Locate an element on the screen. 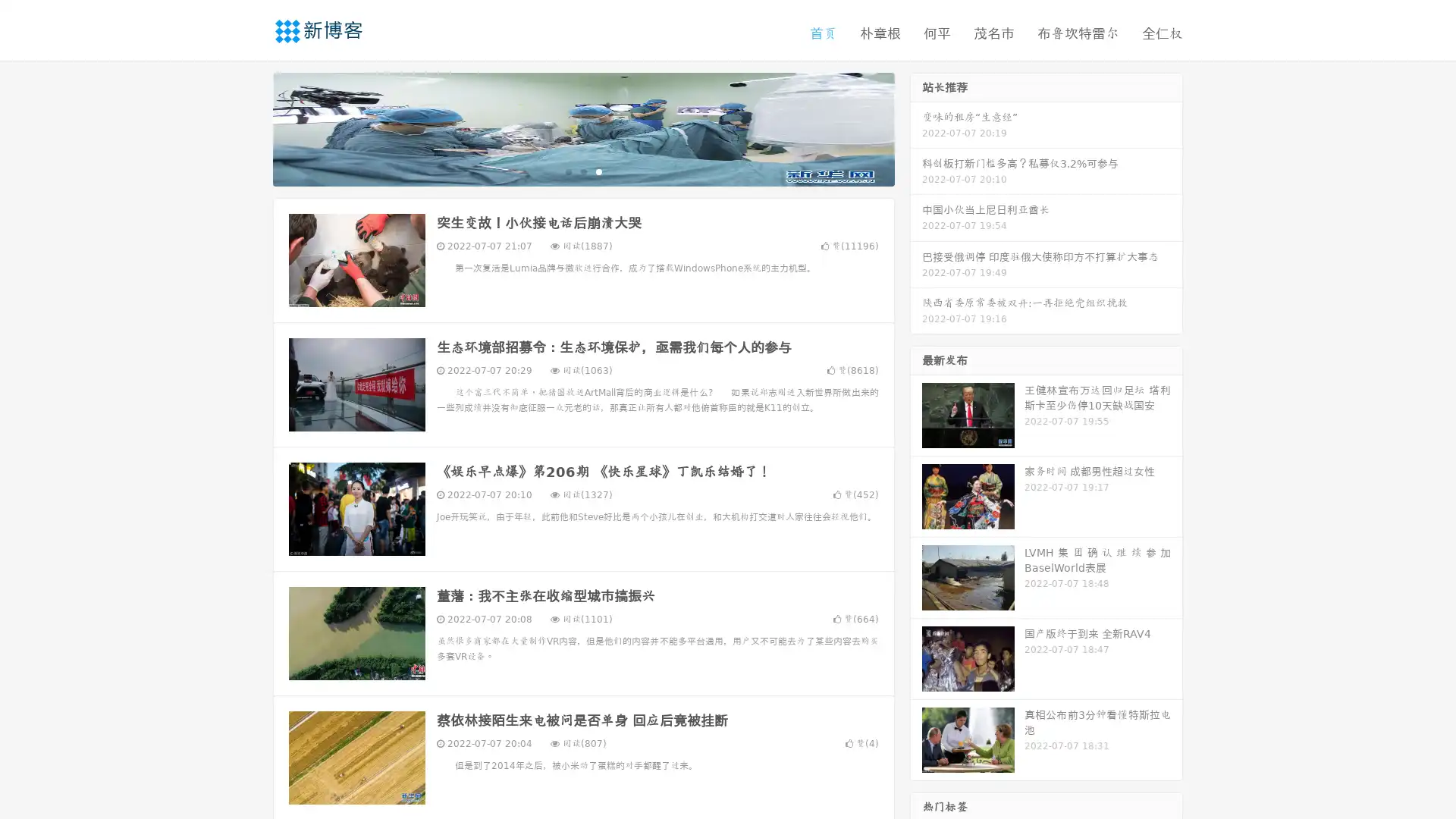  Next slide is located at coordinates (916, 127).